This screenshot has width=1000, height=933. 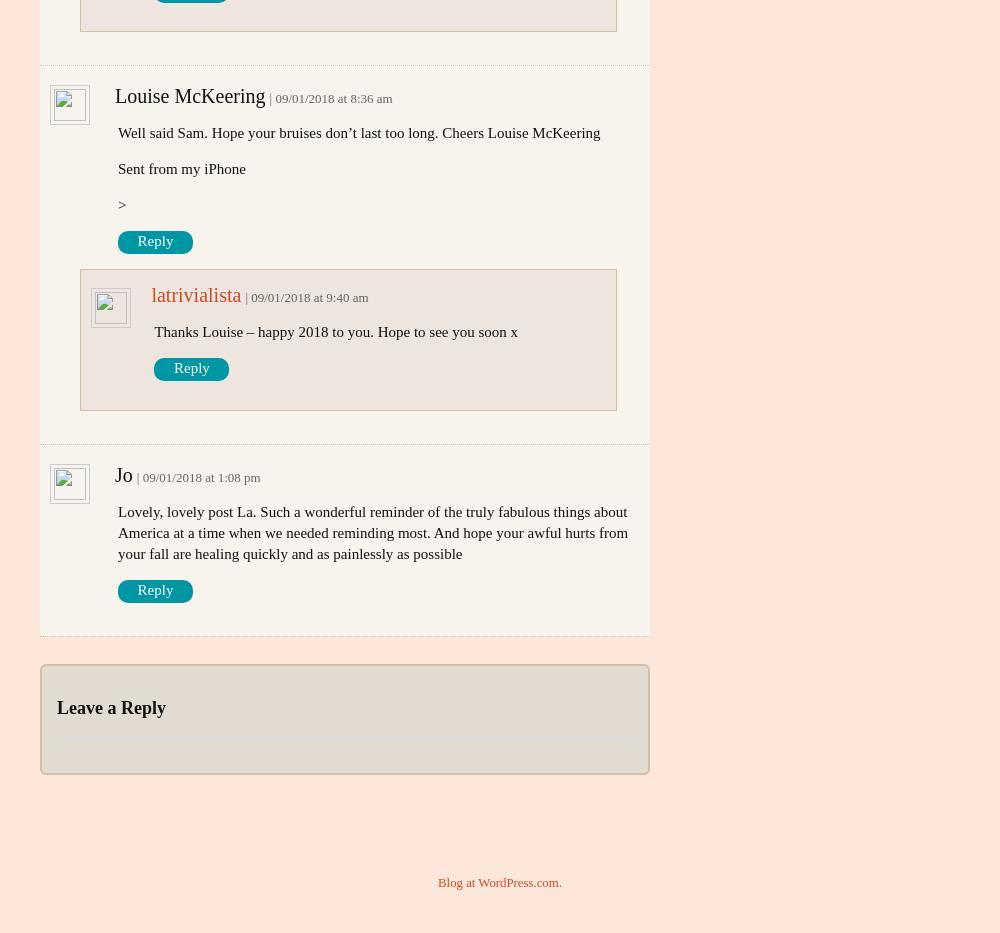 I want to click on '09/01/2018 at 9:40 am', so click(x=251, y=297).